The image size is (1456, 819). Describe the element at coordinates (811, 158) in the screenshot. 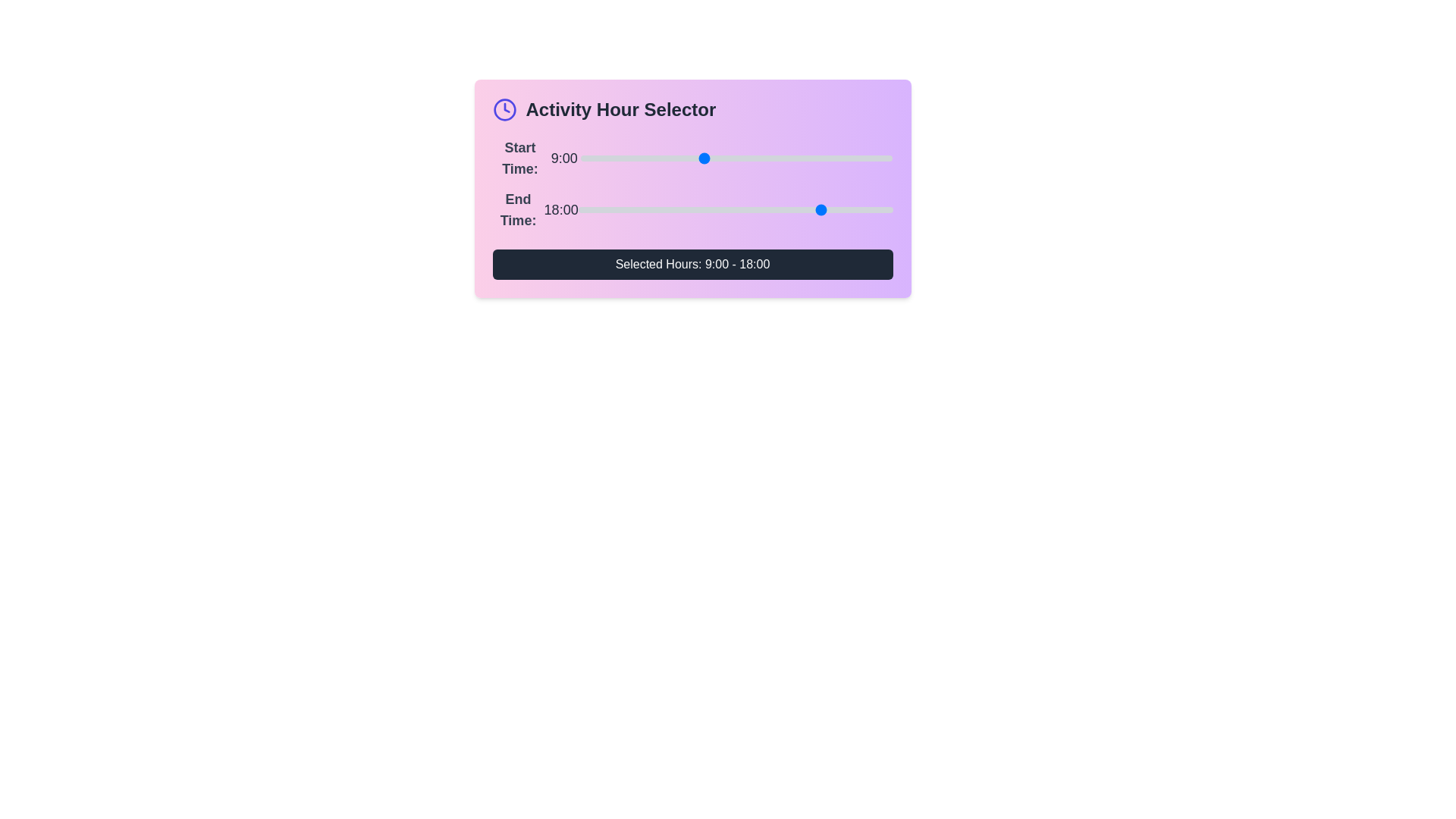

I see `the start time slider to set the hour to 17` at that location.